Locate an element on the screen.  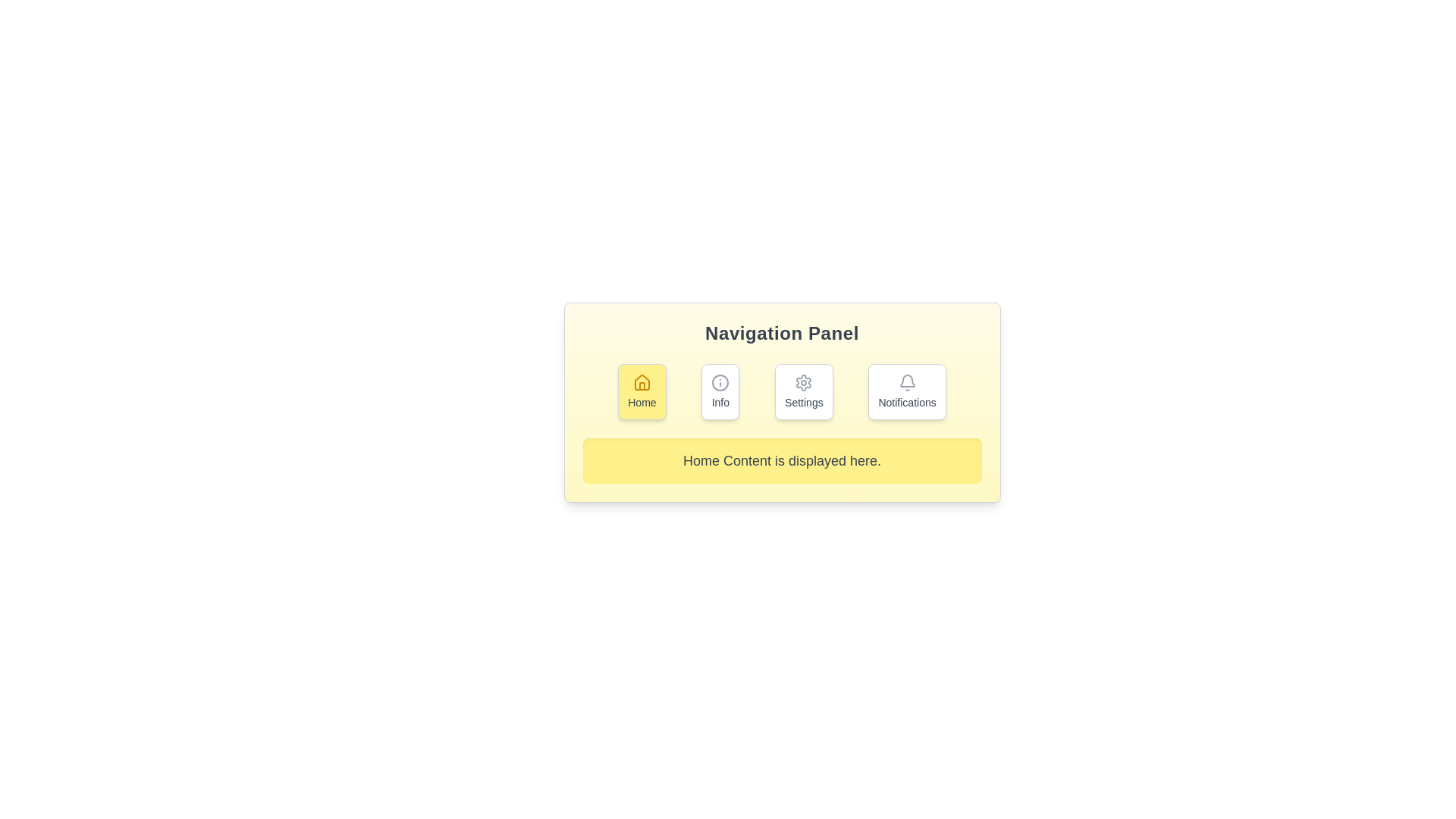
cogwheel-shaped icon representing settings functionality in the navigation panel using developer tools is located at coordinates (803, 382).